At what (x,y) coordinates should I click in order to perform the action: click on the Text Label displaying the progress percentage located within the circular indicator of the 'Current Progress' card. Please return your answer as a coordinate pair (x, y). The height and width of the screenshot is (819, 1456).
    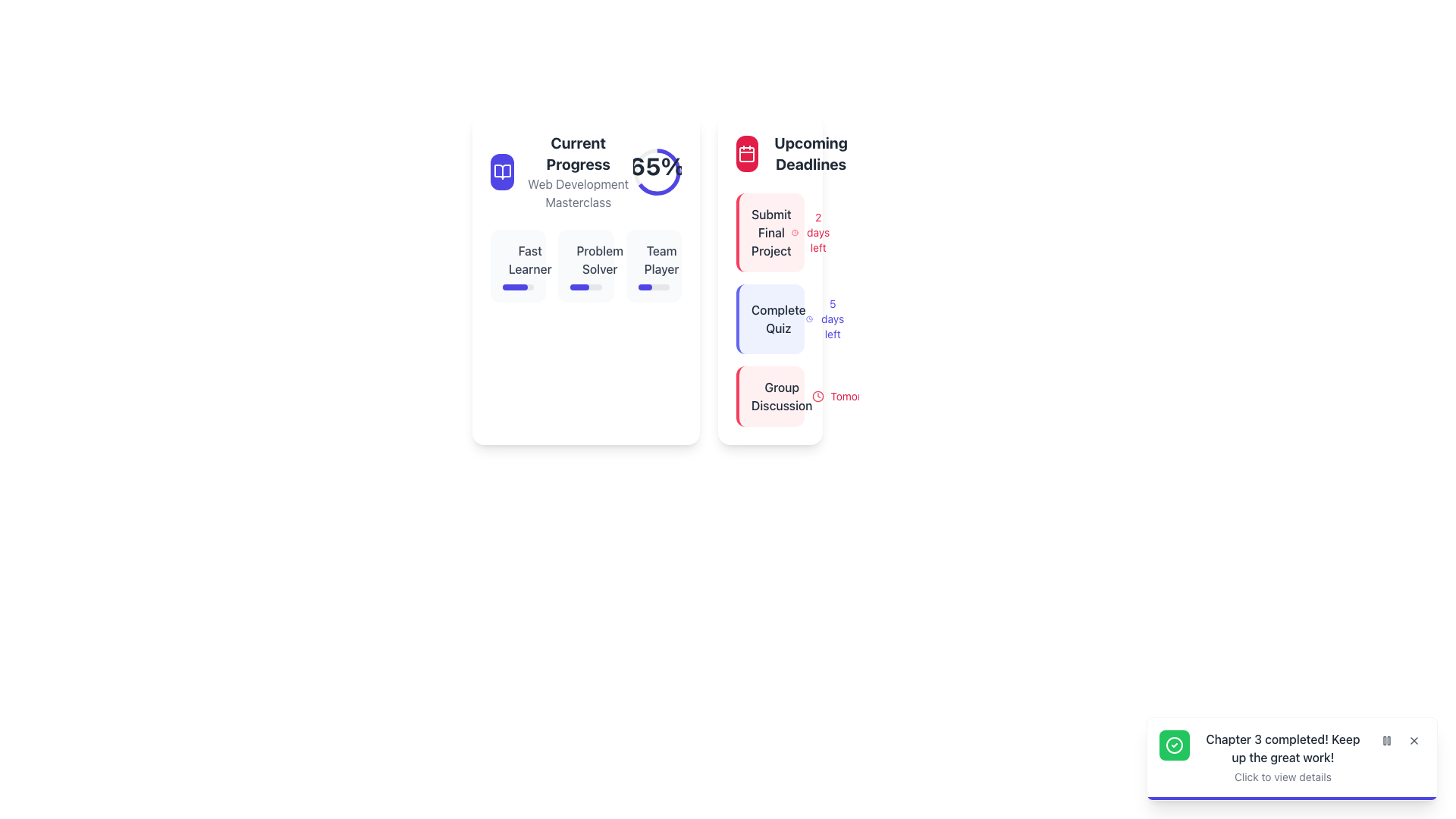
    Looking at the image, I should click on (657, 166).